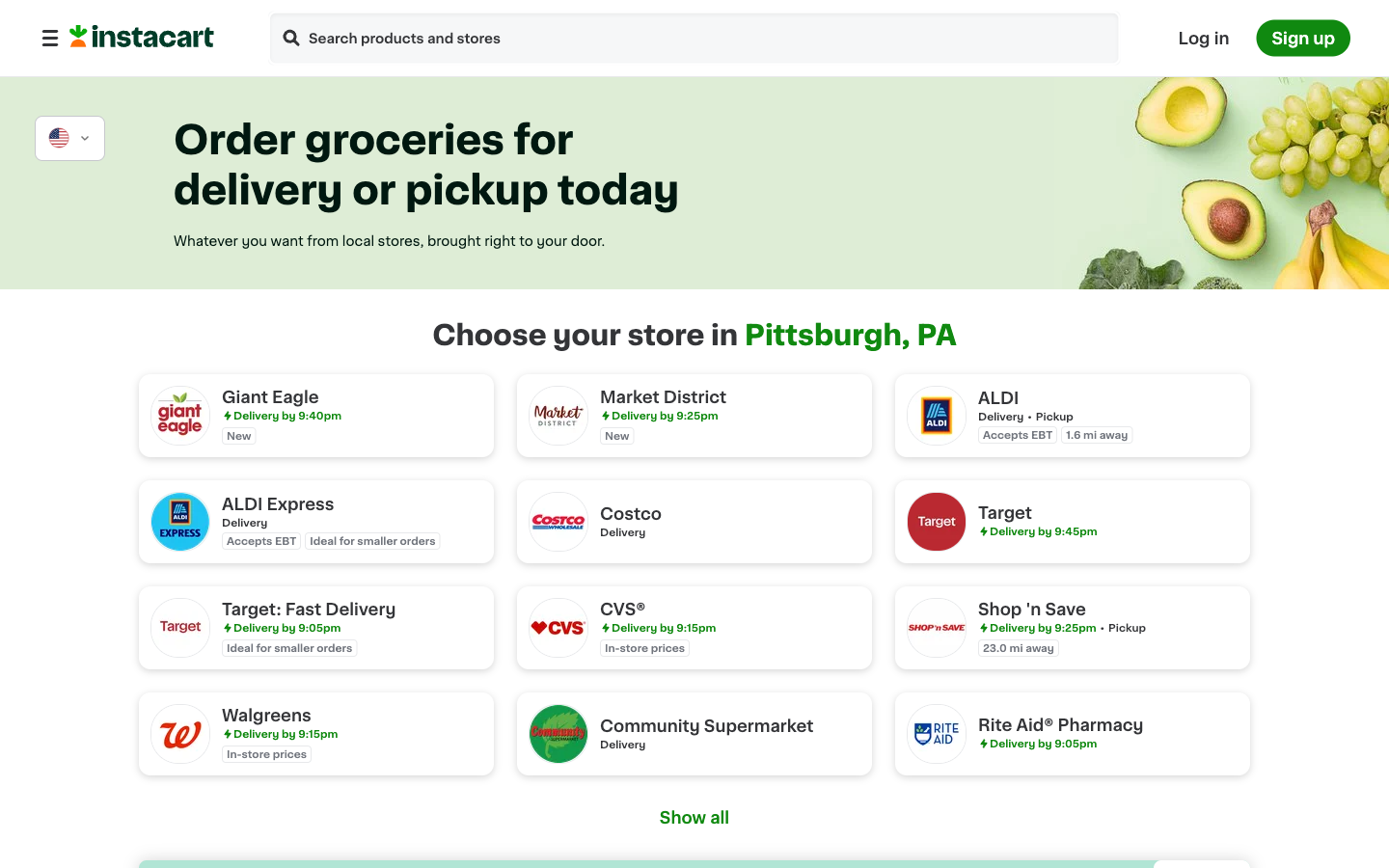 The height and width of the screenshot is (868, 1389). What do you see at coordinates (316, 627) in the screenshot?
I see `Obtain quick shipment from Target Store` at bounding box center [316, 627].